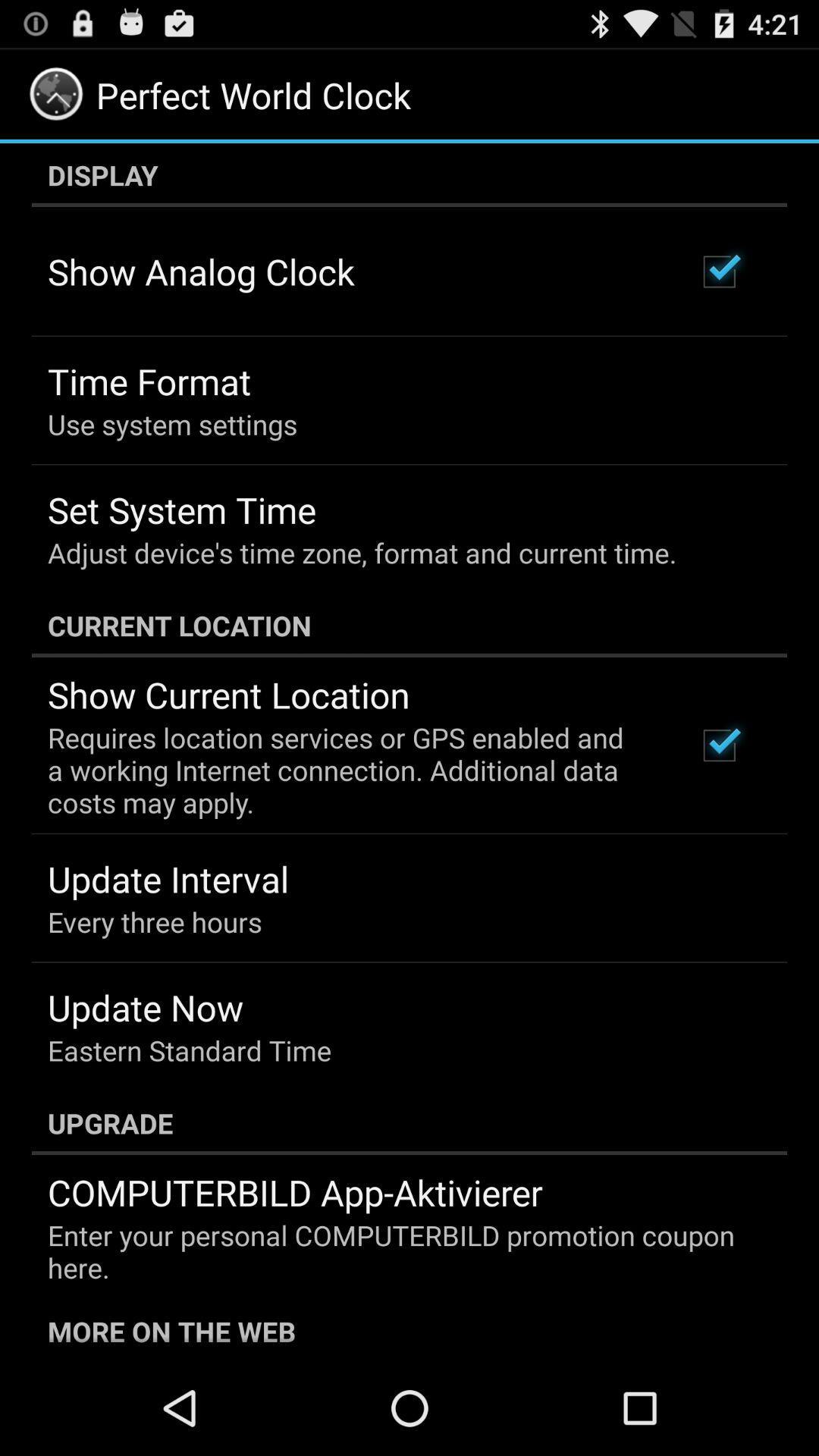  I want to click on the icon below time format item, so click(171, 424).